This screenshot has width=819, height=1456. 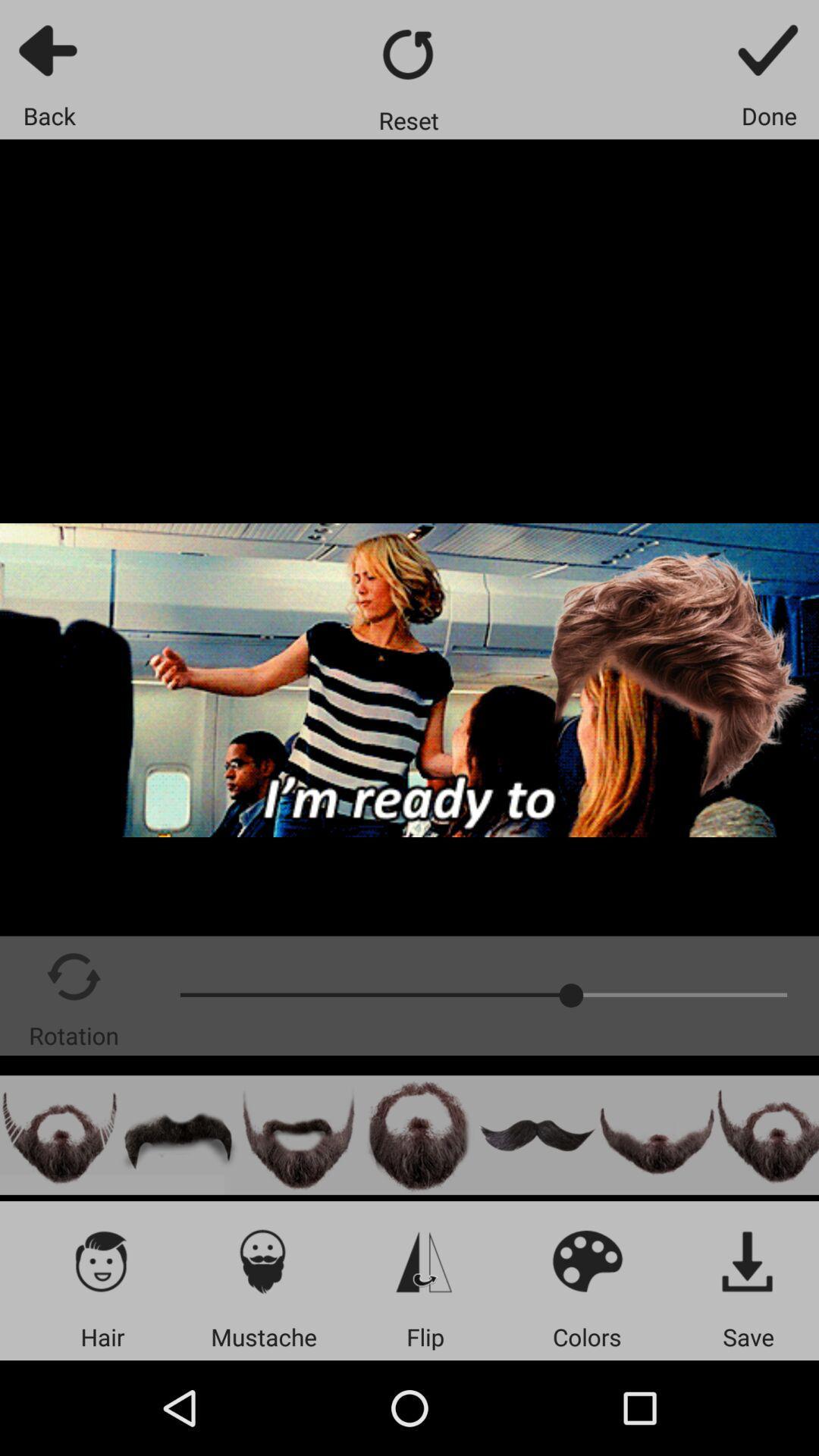 What do you see at coordinates (425, 1260) in the screenshot?
I see `vertical flip` at bounding box center [425, 1260].